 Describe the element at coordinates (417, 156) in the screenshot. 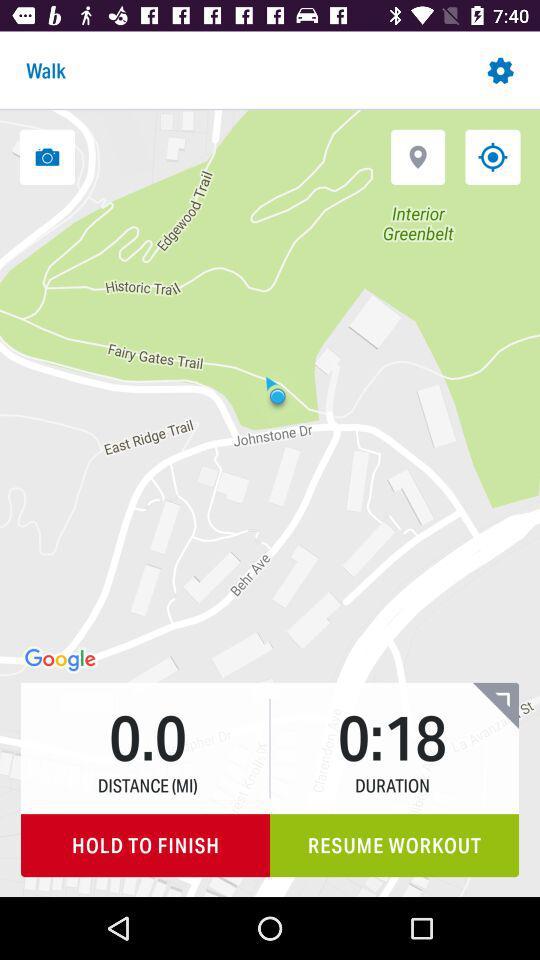

I see `icon above interior greenbelt` at that location.